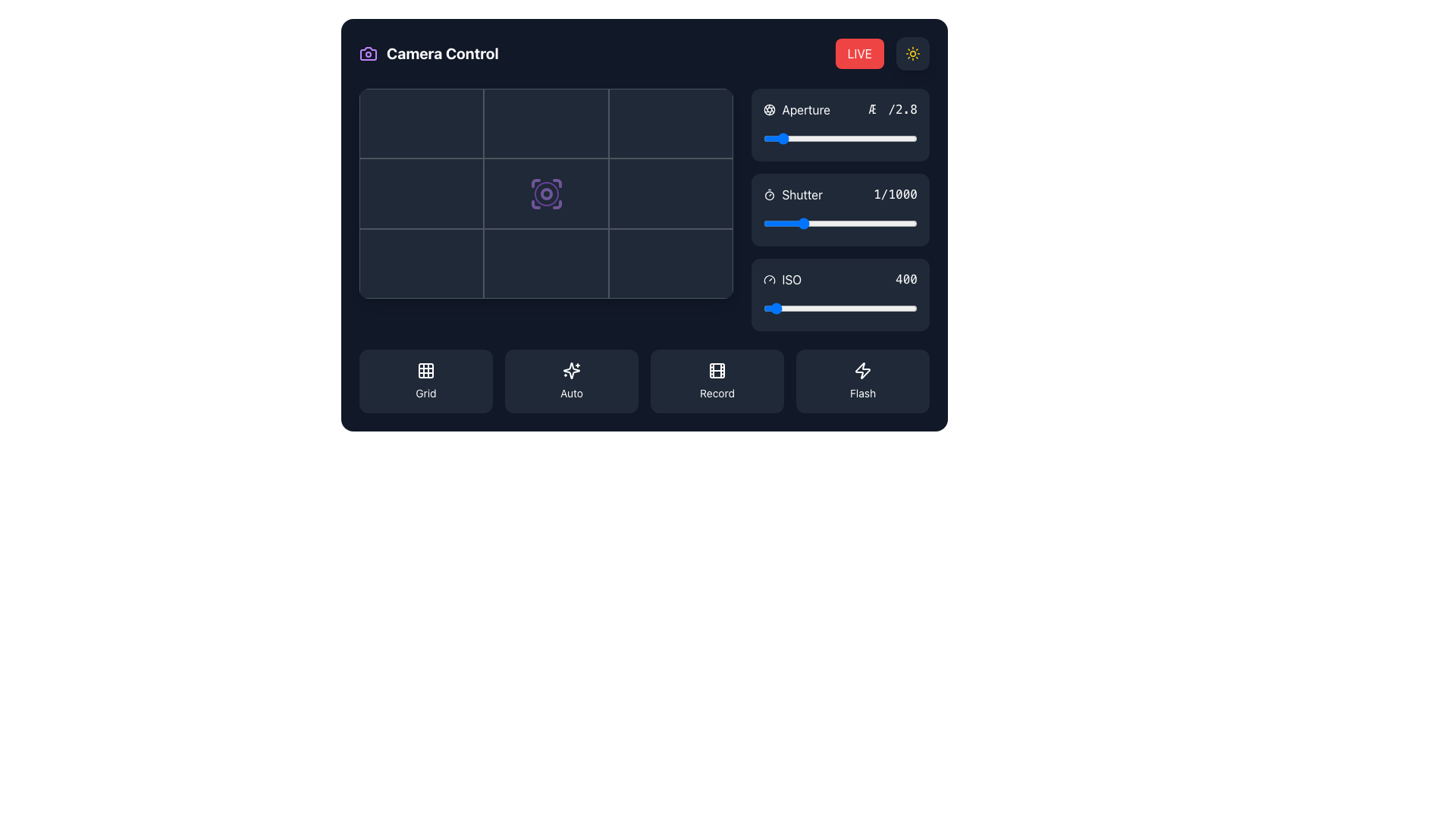 This screenshot has width=1456, height=819. I want to click on the aperture, so click(790, 138).